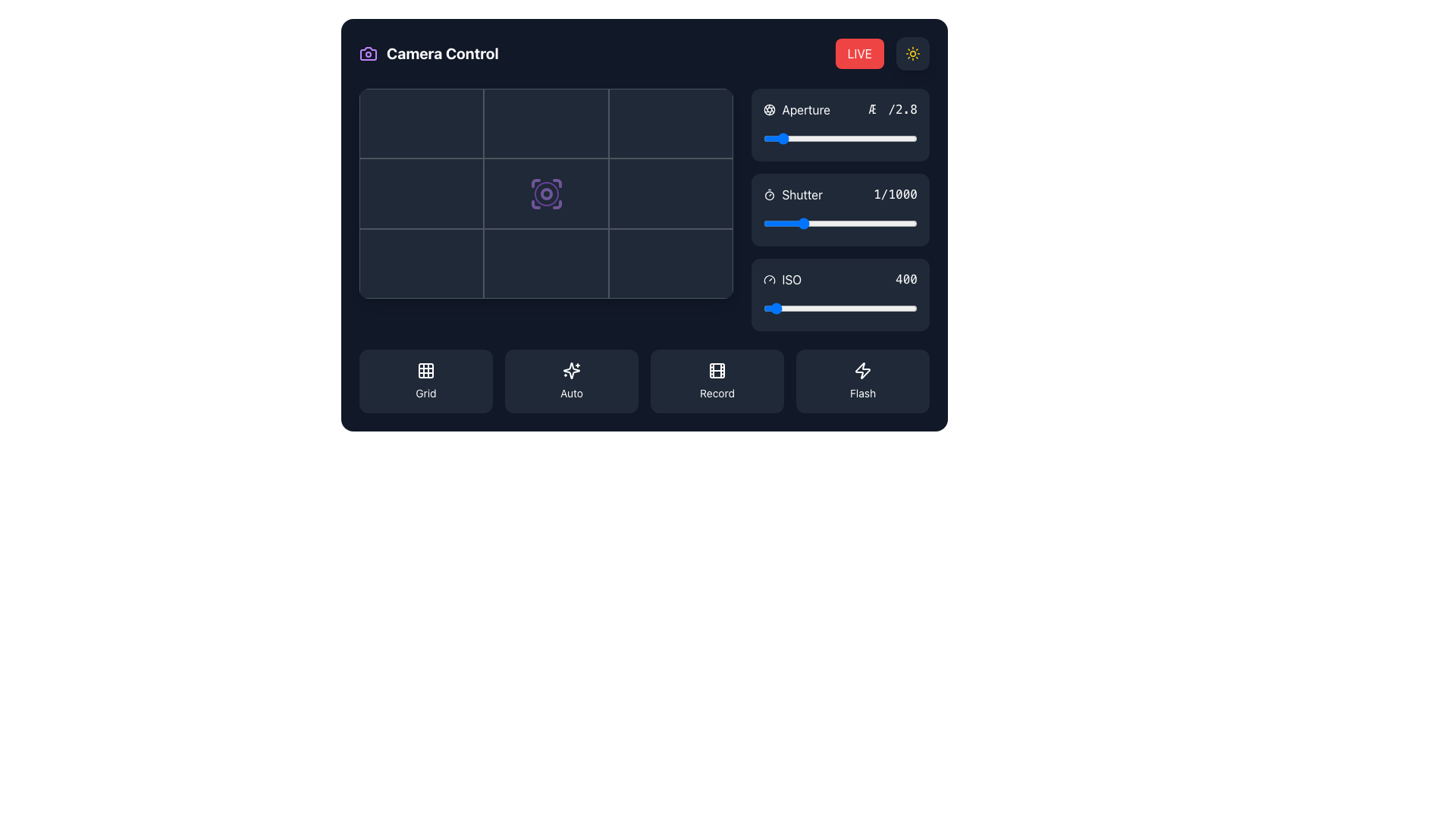 This screenshot has width=1456, height=819. I want to click on the aperture, so click(790, 138).